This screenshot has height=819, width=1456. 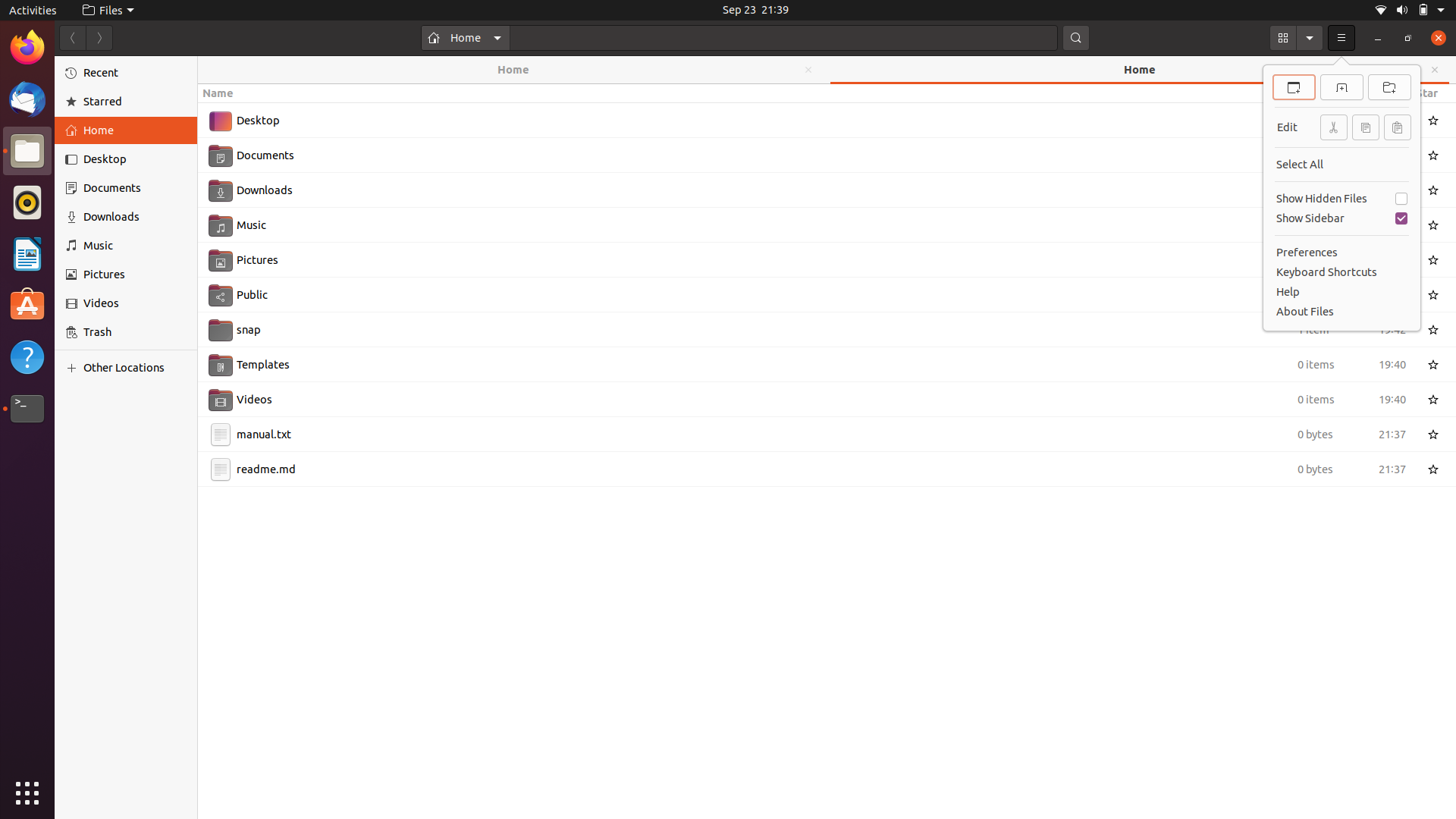 I want to click on Use keyboard keys to navigate and select the first choice from the menu, so click(x=1341, y=37).